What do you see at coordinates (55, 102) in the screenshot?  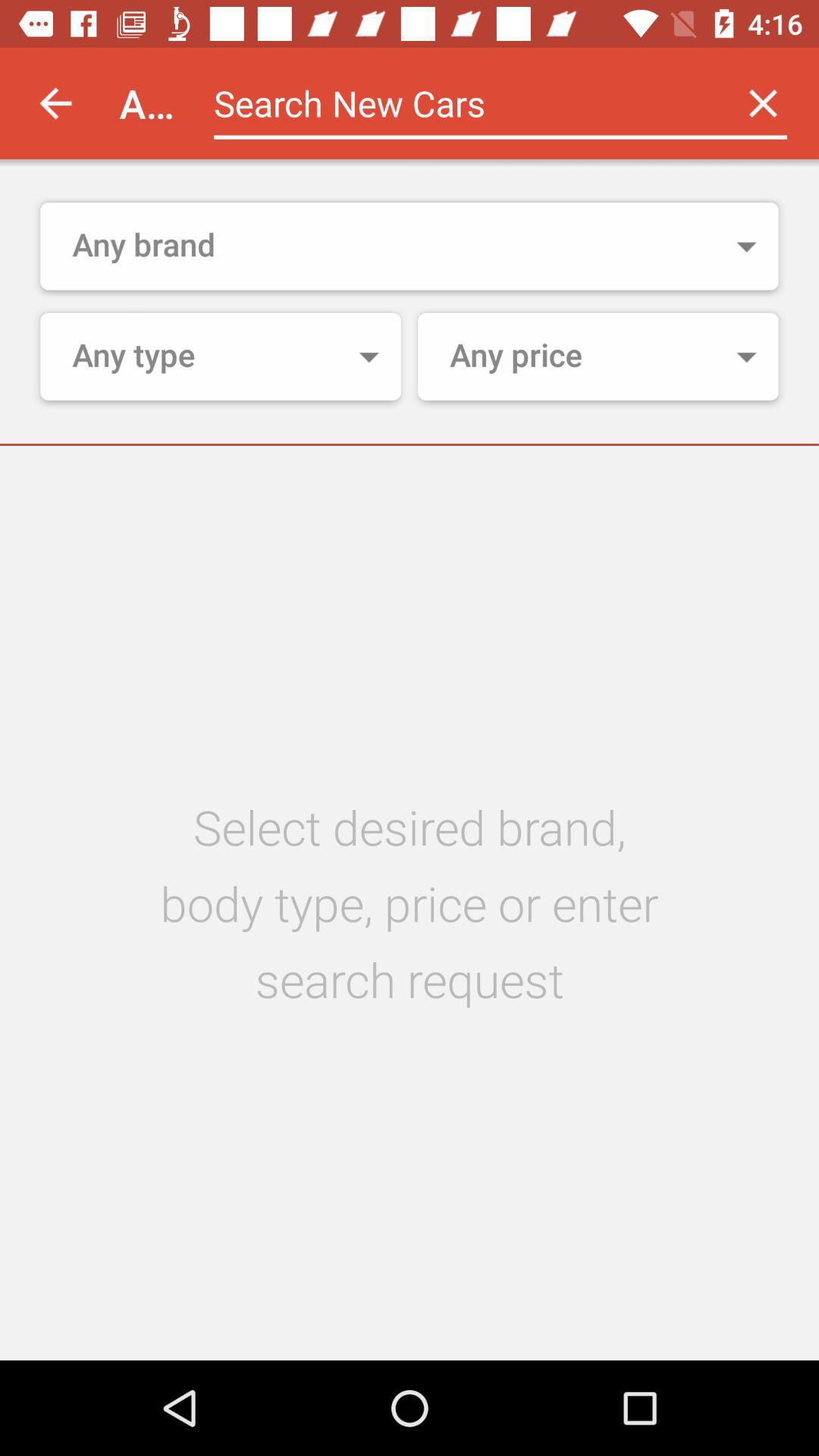 I see `icon next to the autoportal icon` at bounding box center [55, 102].